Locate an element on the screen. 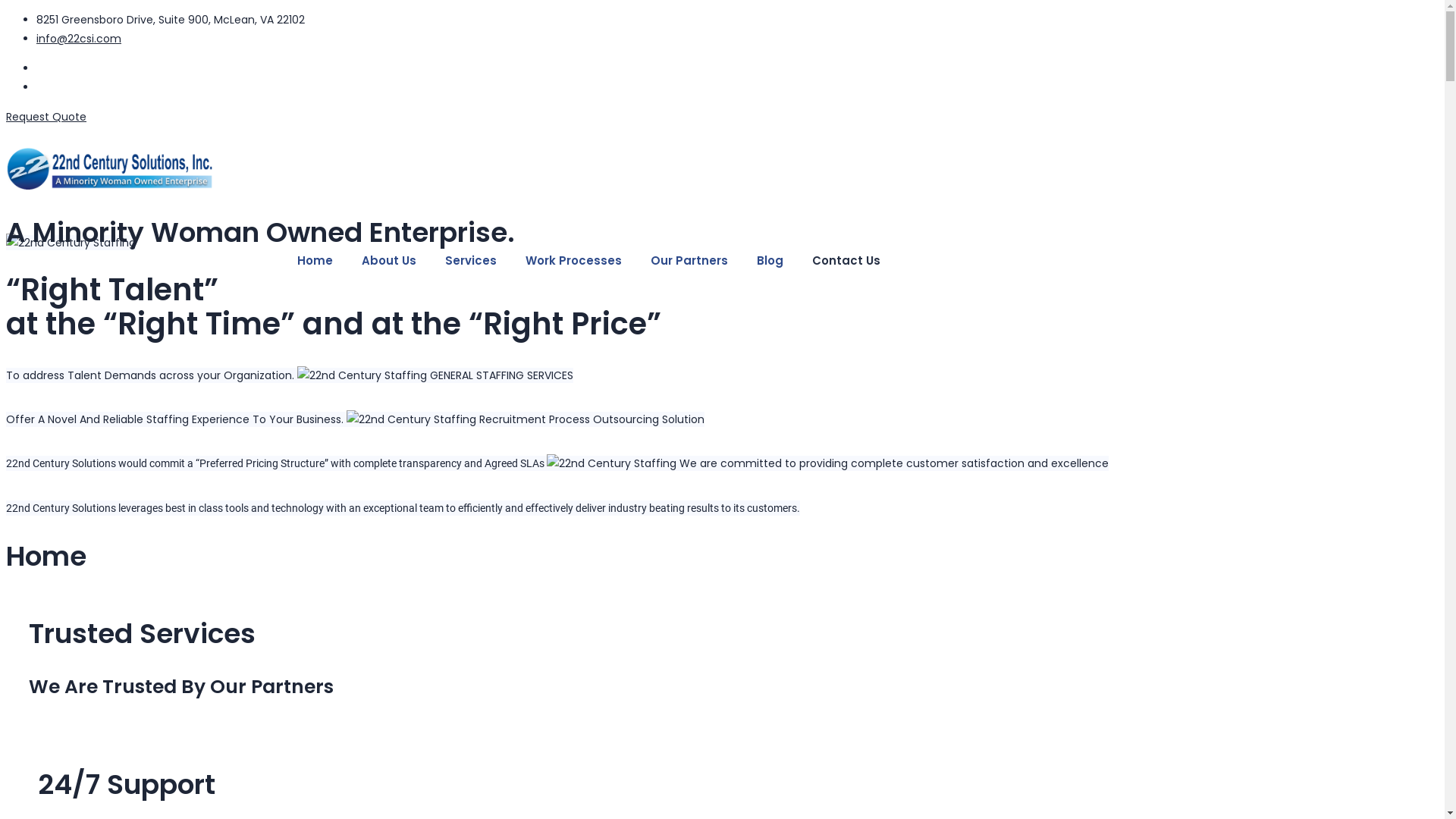  'About Us' is located at coordinates (389, 259).